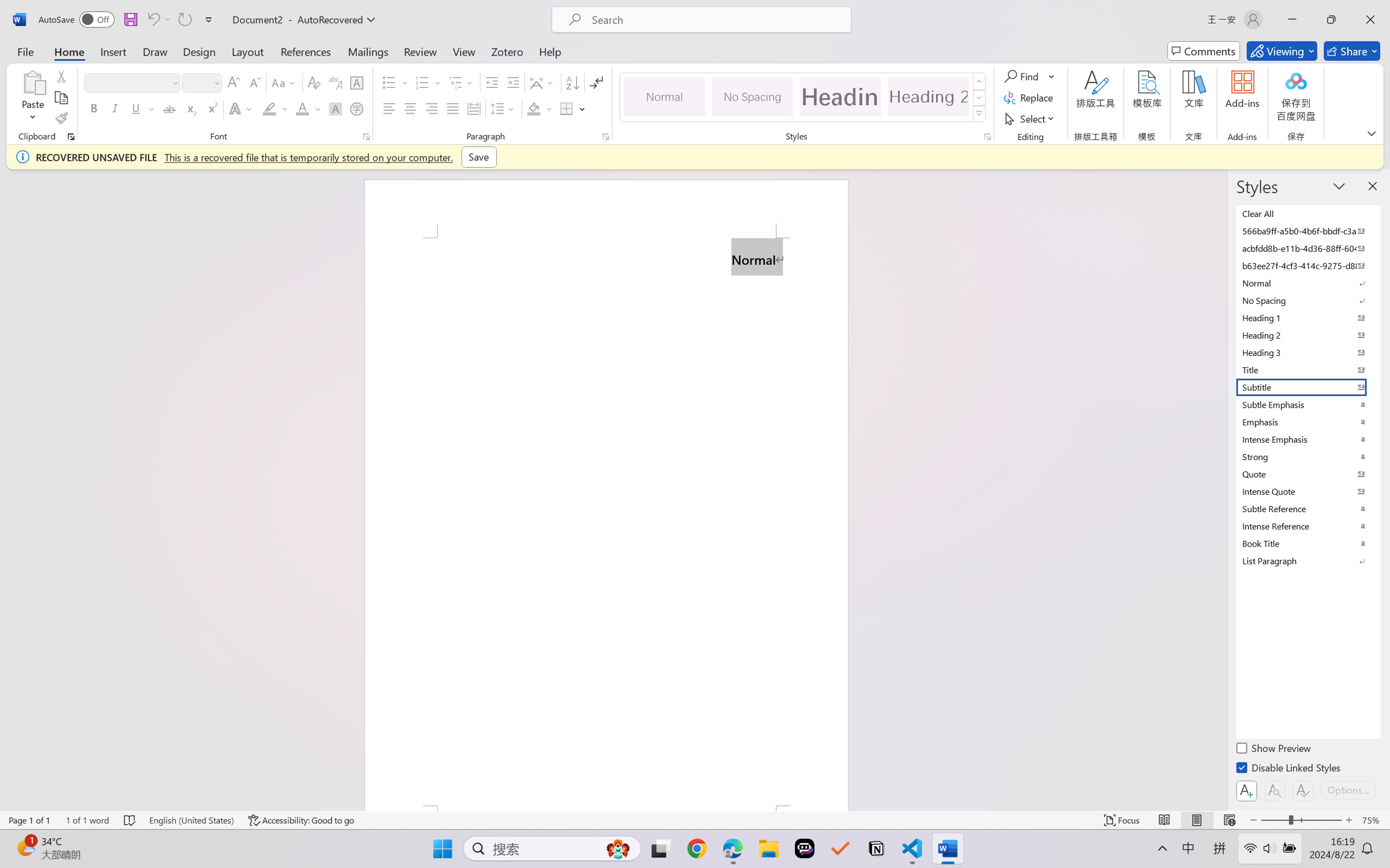 This screenshot has height=868, width=1390. I want to click on 'Intense Reference', so click(1307, 526).